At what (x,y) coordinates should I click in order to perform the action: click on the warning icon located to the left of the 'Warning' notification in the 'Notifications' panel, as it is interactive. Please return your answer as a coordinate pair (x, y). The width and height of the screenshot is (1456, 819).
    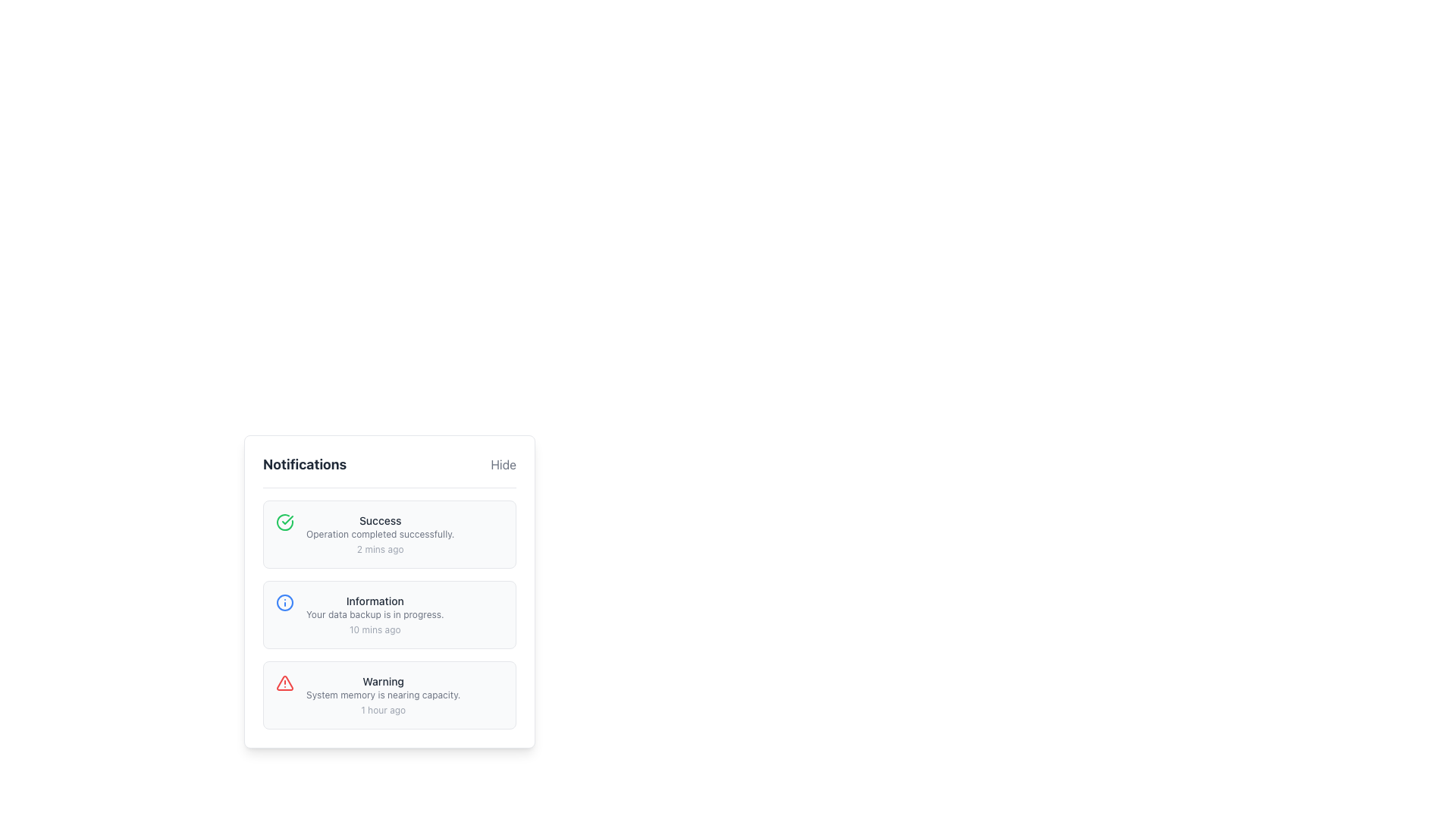
    Looking at the image, I should click on (284, 683).